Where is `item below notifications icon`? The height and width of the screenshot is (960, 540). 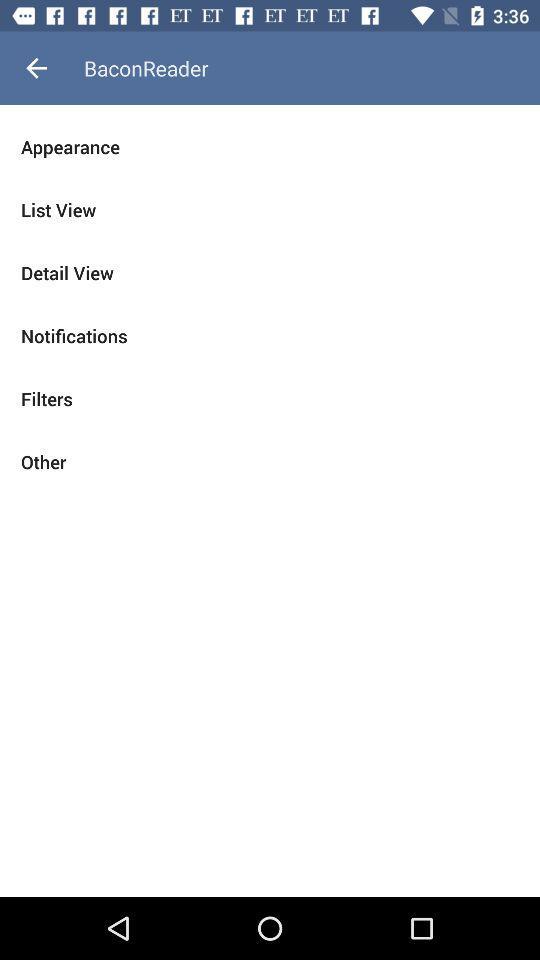
item below notifications icon is located at coordinates (270, 397).